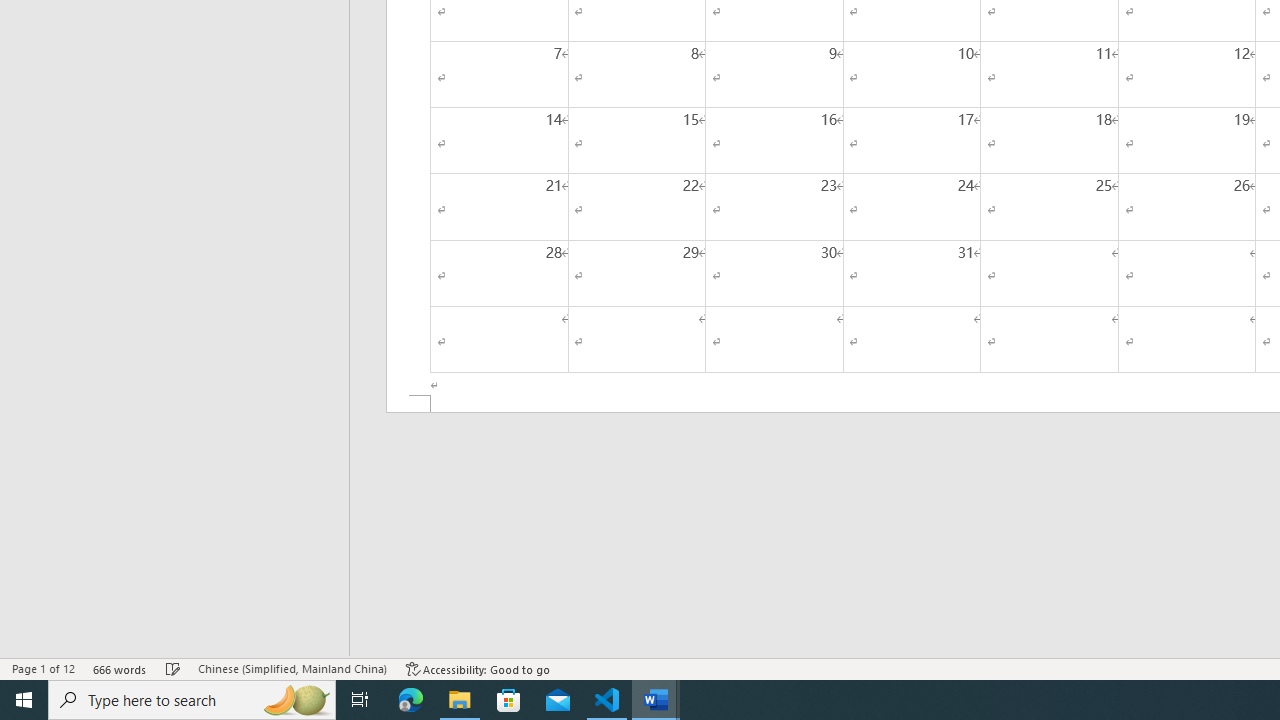 Image resolution: width=1280 pixels, height=720 pixels. Describe the element at coordinates (477, 669) in the screenshot. I see `'Accessibility Checker Accessibility: Good to go'` at that location.